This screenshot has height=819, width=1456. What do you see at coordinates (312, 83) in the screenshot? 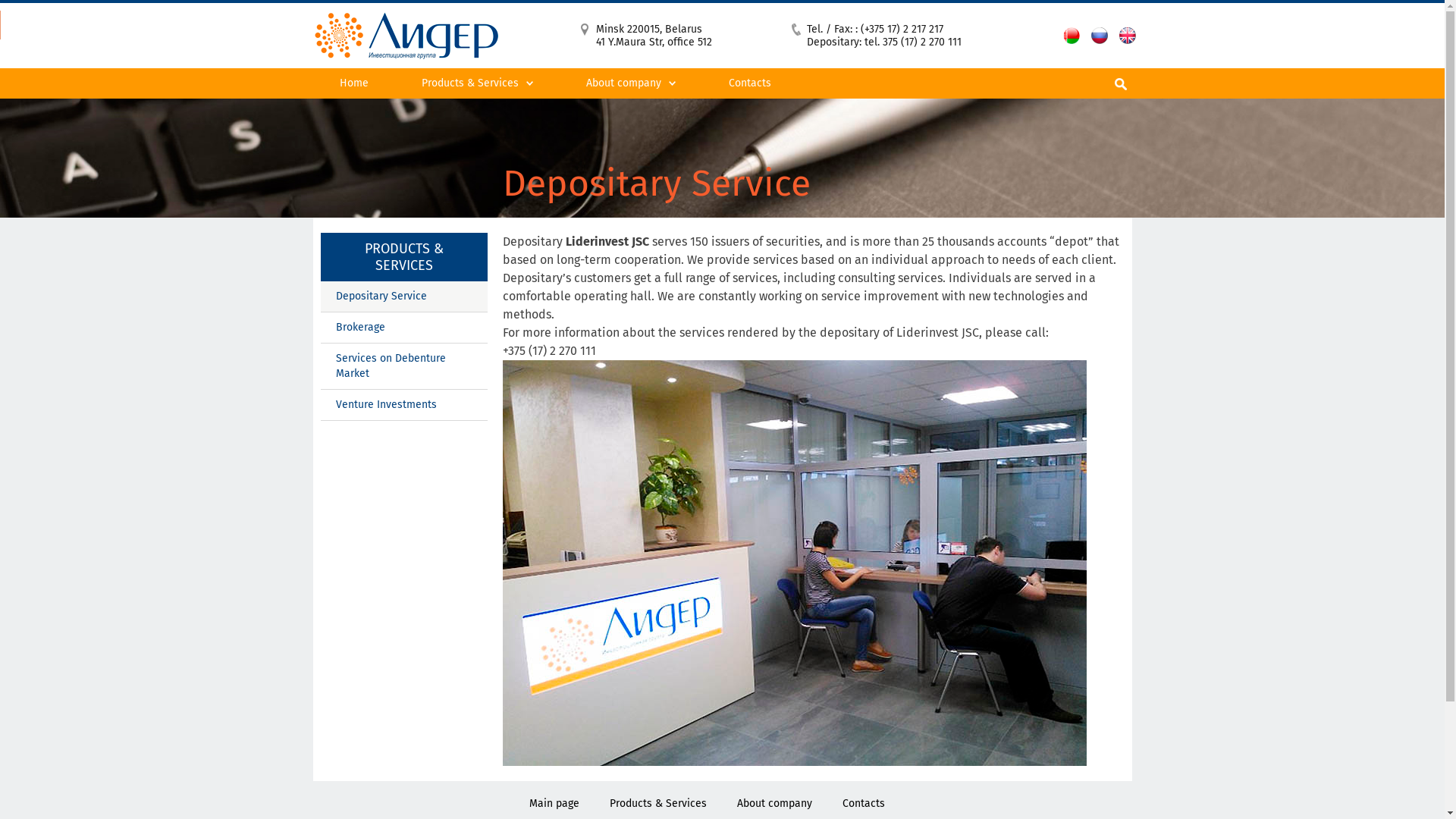
I see `'Home'` at bounding box center [312, 83].